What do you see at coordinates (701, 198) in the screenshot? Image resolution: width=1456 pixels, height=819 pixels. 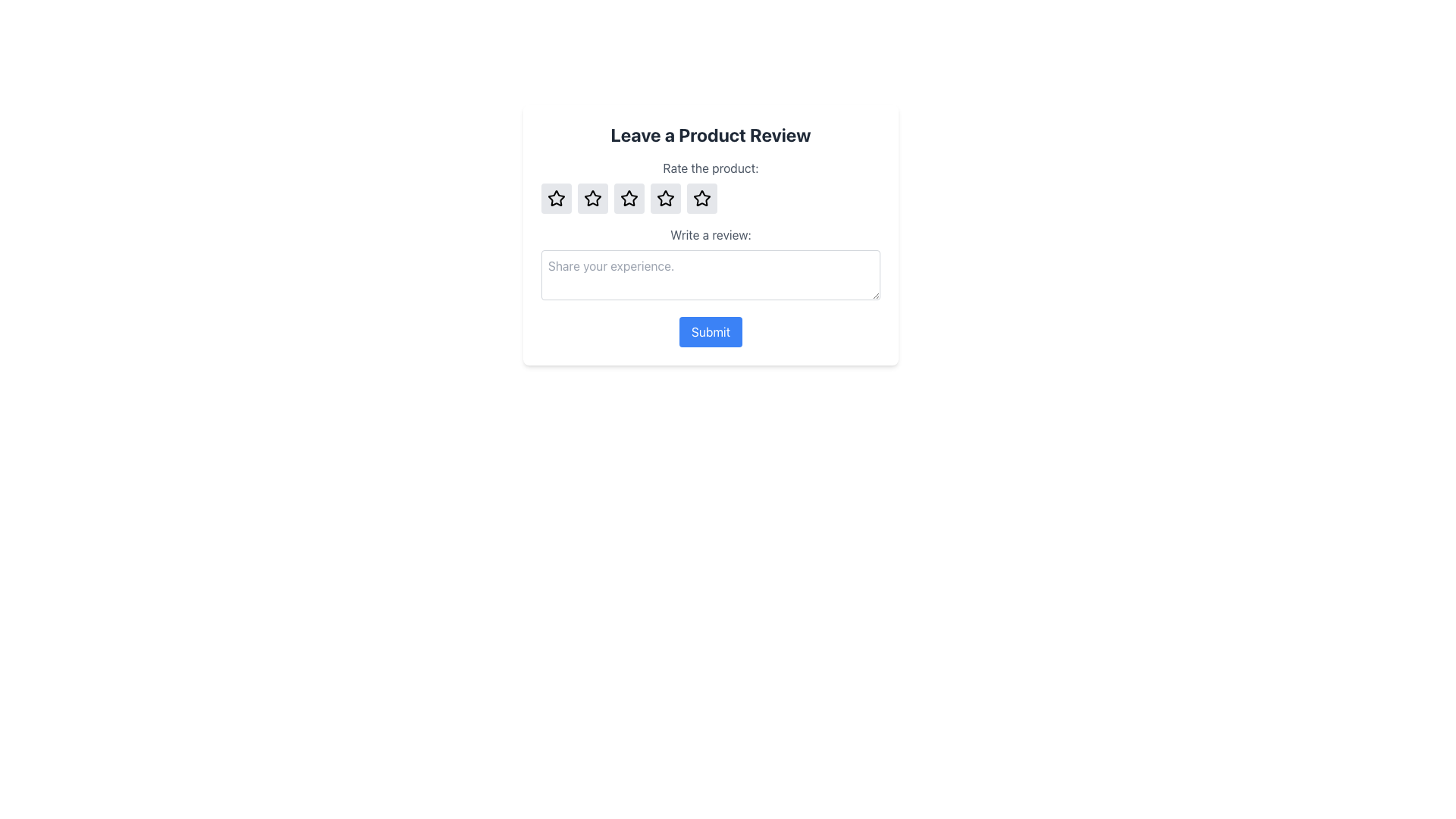 I see `the fifth star icon in the rating section below 'Rate the product:' in the 'Leave a Product Review' modal` at bounding box center [701, 198].